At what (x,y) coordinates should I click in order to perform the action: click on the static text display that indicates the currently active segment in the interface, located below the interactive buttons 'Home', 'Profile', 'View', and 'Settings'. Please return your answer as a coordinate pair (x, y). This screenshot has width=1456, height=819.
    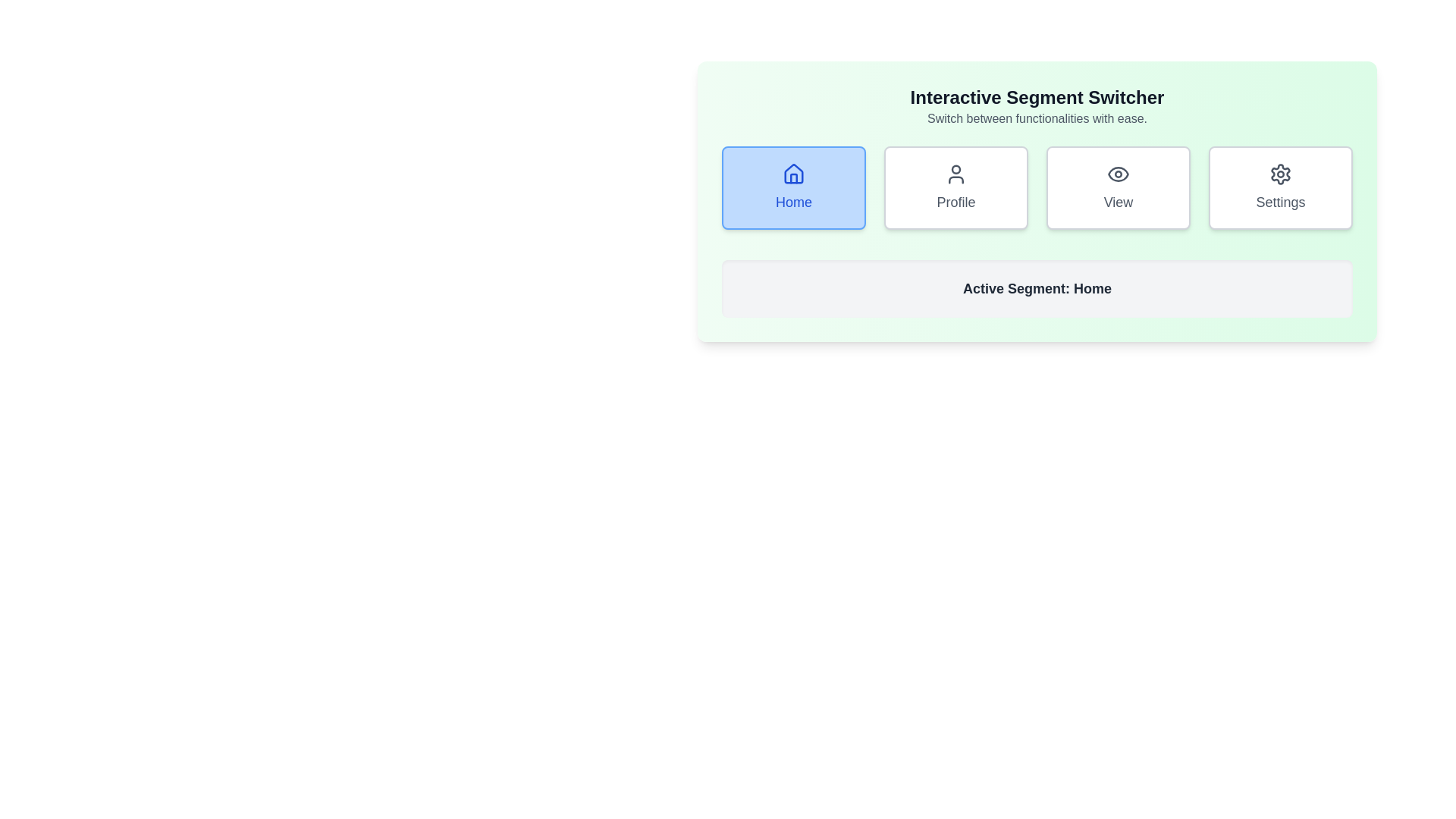
    Looking at the image, I should click on (1037, 289).